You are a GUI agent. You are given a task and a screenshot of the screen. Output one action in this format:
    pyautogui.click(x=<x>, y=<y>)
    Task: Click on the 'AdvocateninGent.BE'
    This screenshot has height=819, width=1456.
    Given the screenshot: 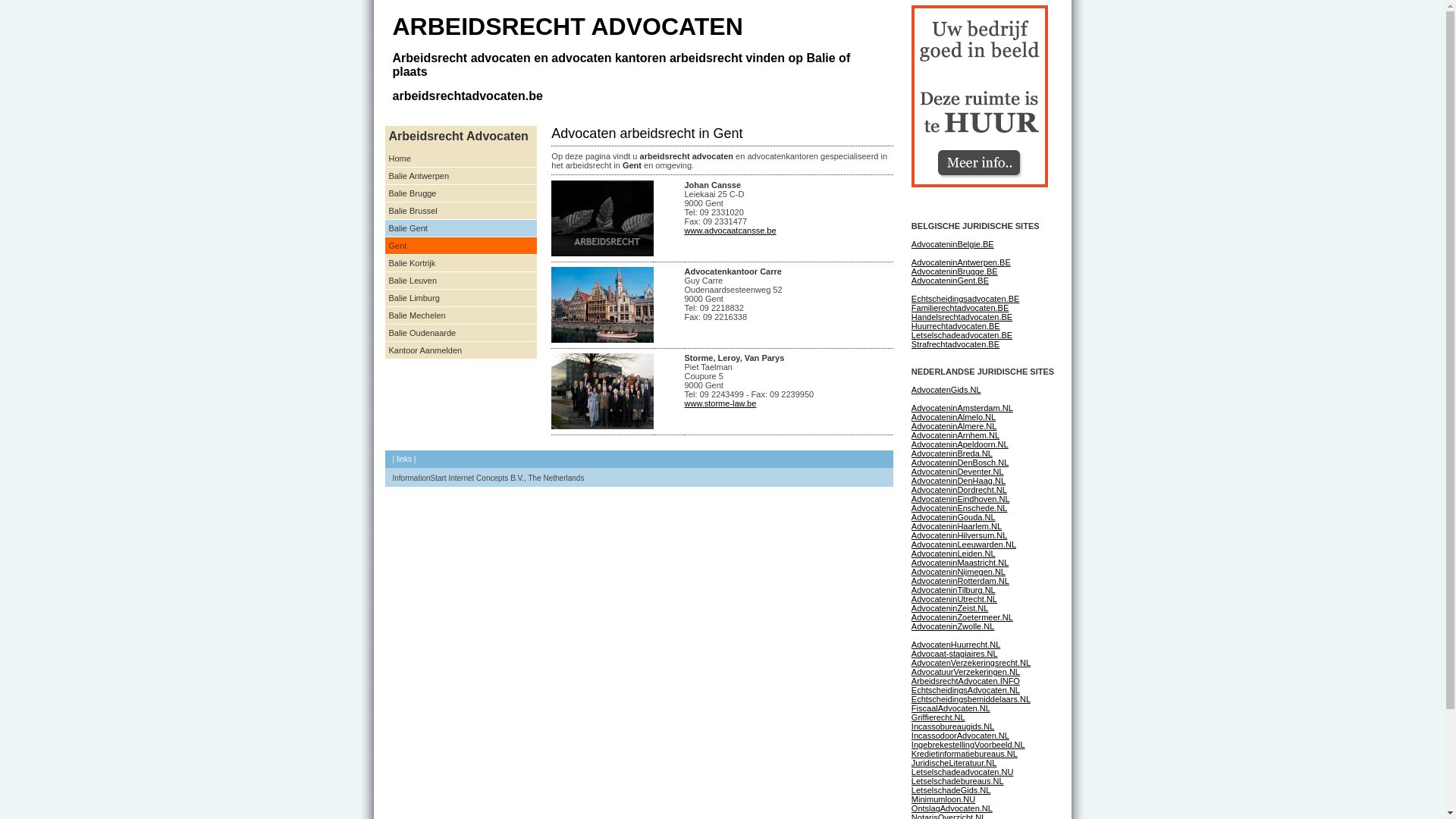 What is the action you would take?
    pyautogui.click(x=949, y=281)
    